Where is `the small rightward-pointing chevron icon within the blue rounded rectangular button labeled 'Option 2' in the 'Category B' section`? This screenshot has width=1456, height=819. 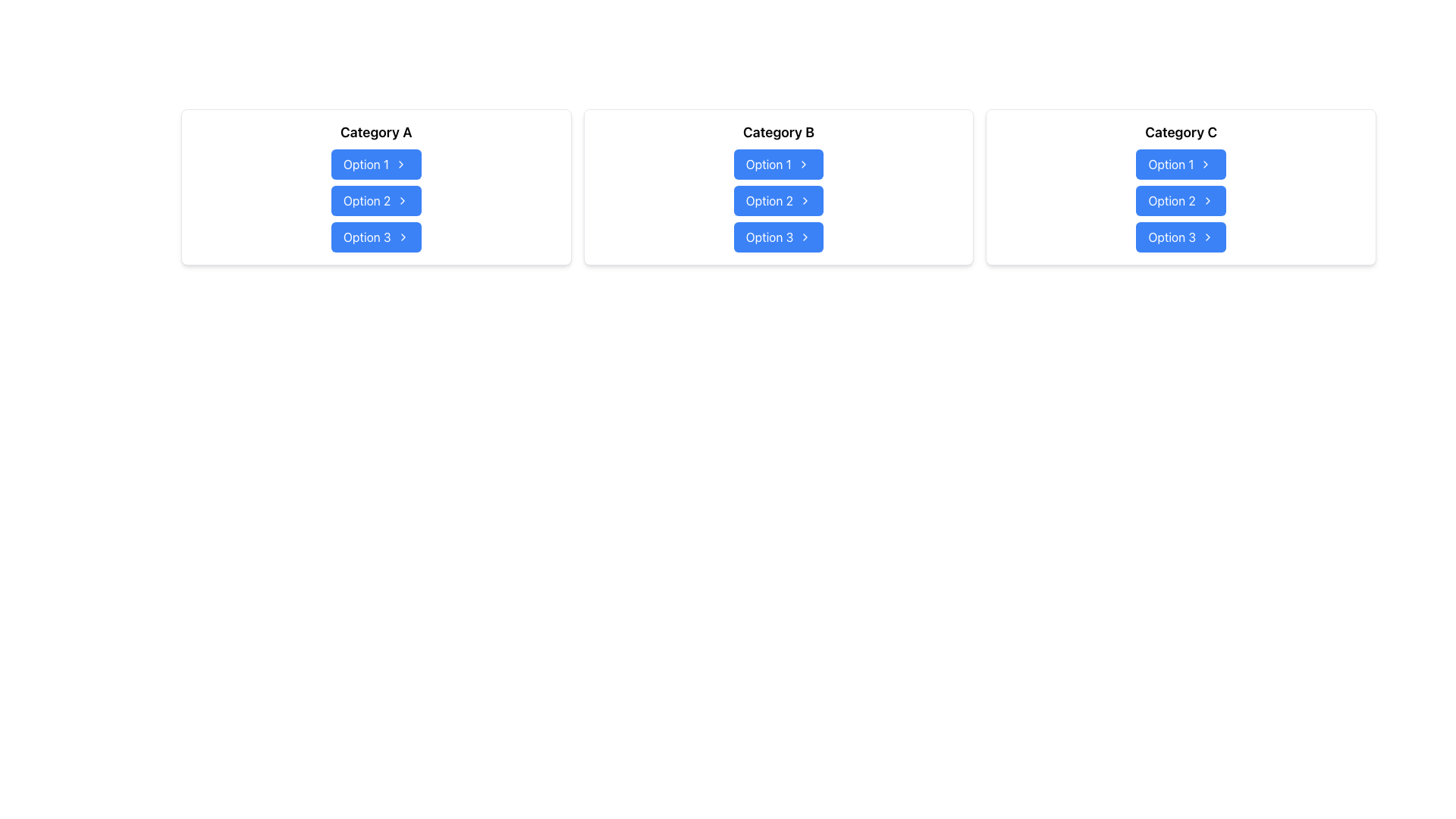
the small rightward-pointing chevron icon within the blue rounded rectangular button labeled 'Option 2' in the 'Category B' section is located at coordinates (804, 200).